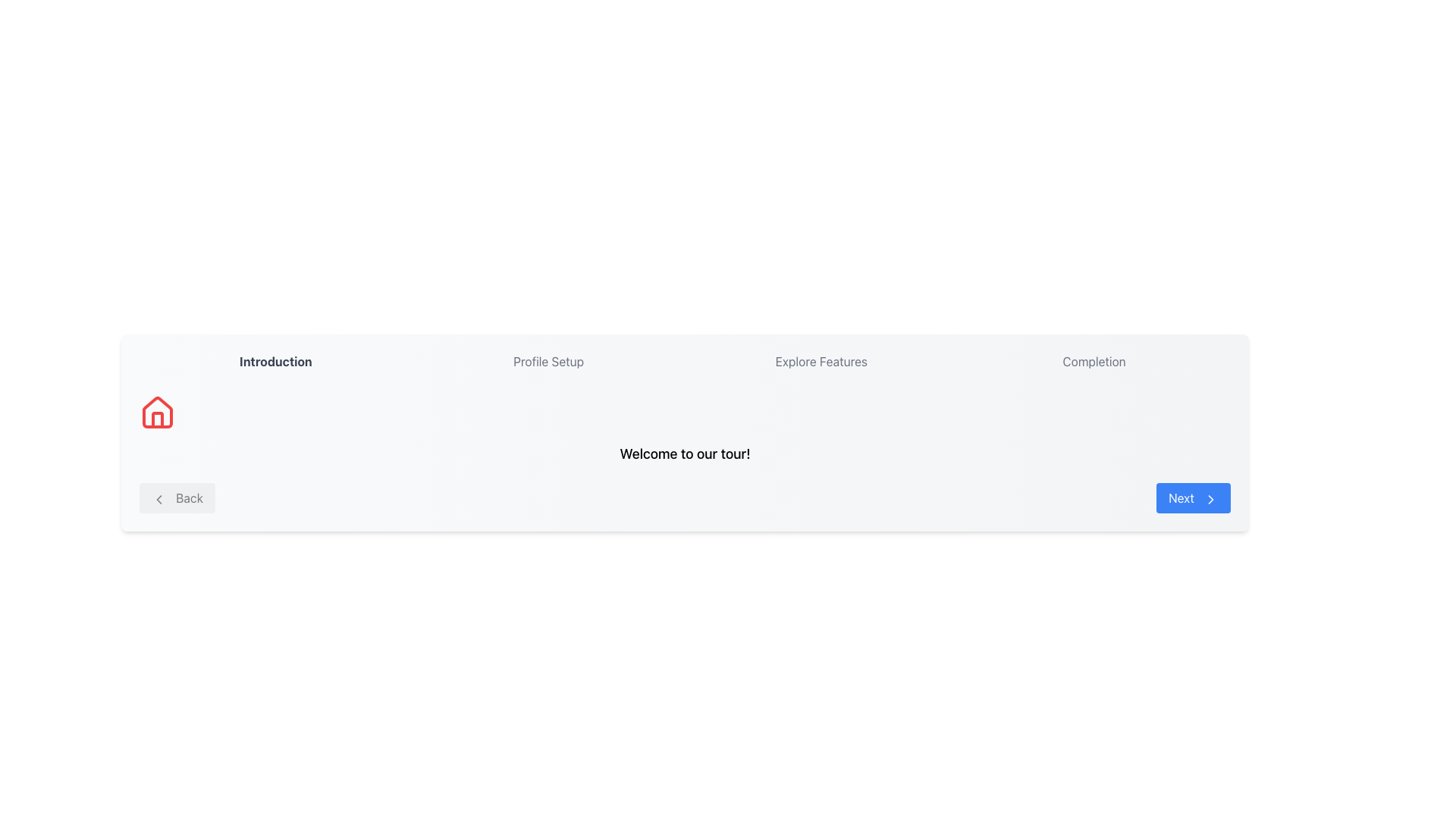 This screenshot has height=819, width=1456. Describe the element at coordinates (1210, 499) in the screenshot. I see `the Decorative icon, which is a small graphical depiction of an arrow pointing right within a right chevron icon, located adjacent to the blue 'Next' button` at that location.